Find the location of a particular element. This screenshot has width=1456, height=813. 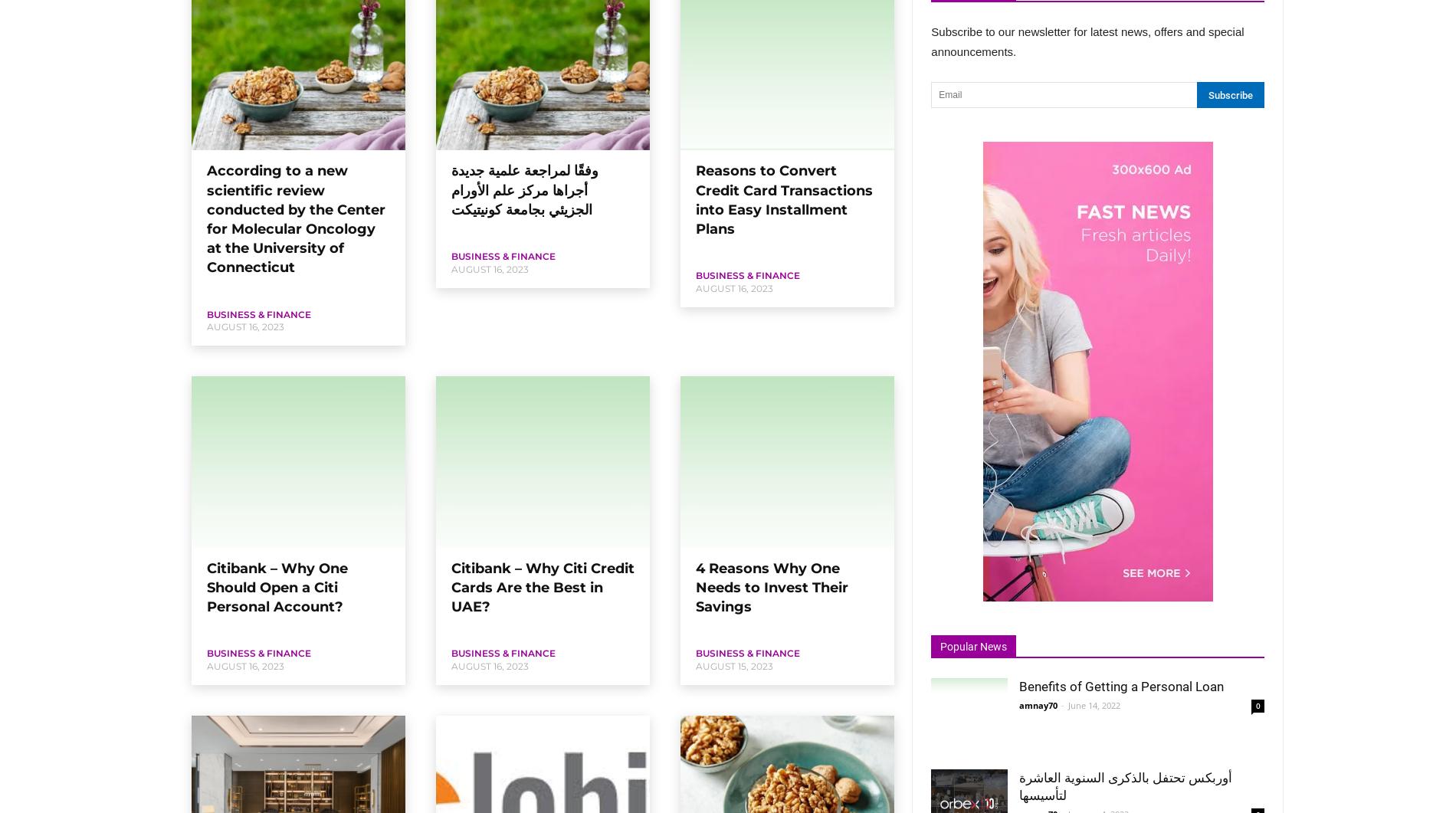

'Reasons to Convert Credit Card Transactions into Easy Installment Plans' is located at coordinates (695, 199).